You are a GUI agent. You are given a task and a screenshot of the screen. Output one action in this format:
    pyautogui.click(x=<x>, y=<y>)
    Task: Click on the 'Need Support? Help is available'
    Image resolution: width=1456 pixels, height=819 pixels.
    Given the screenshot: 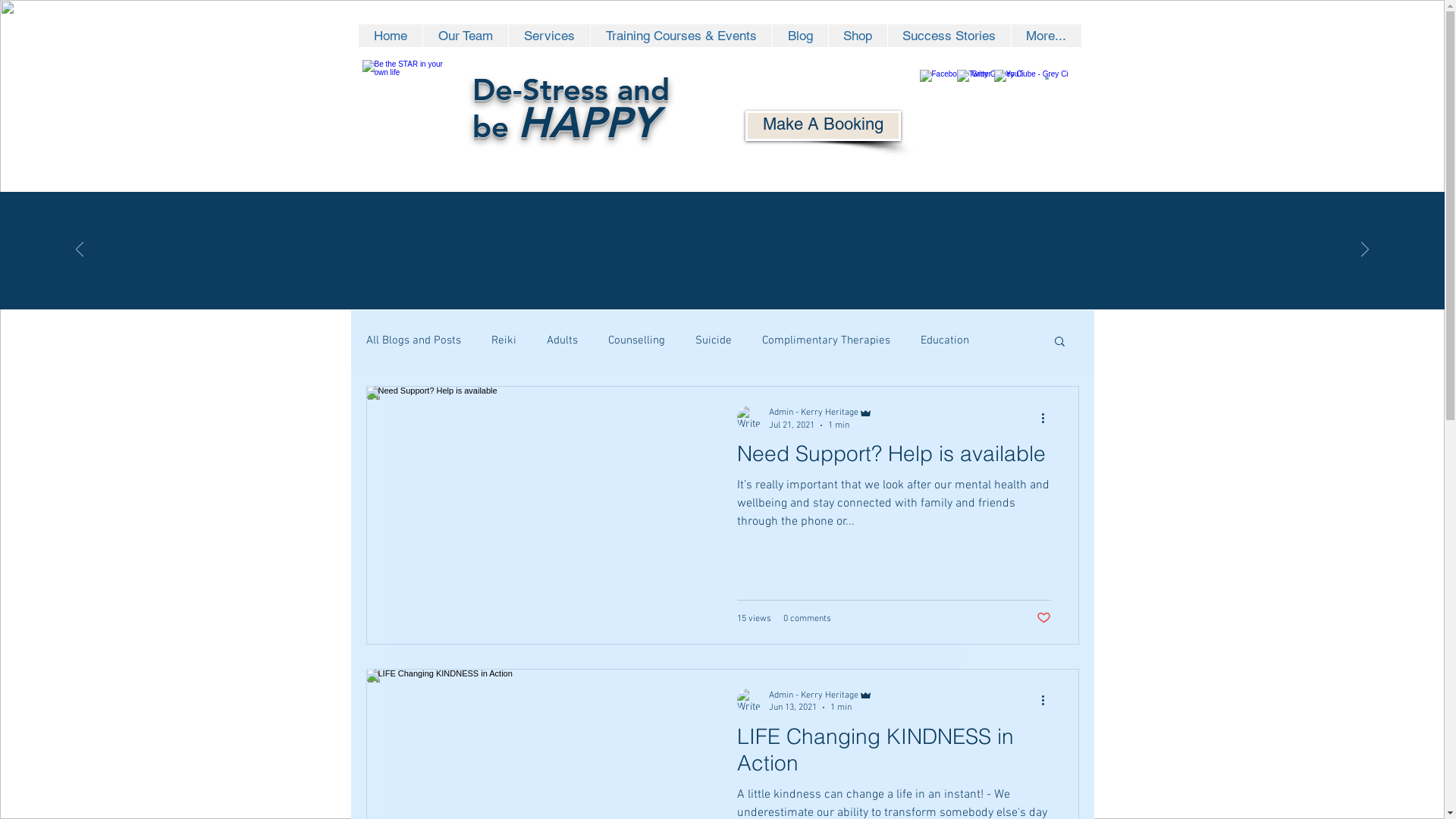 What is the action you would take?
    pyautogui.click(x=894, y=457)
    